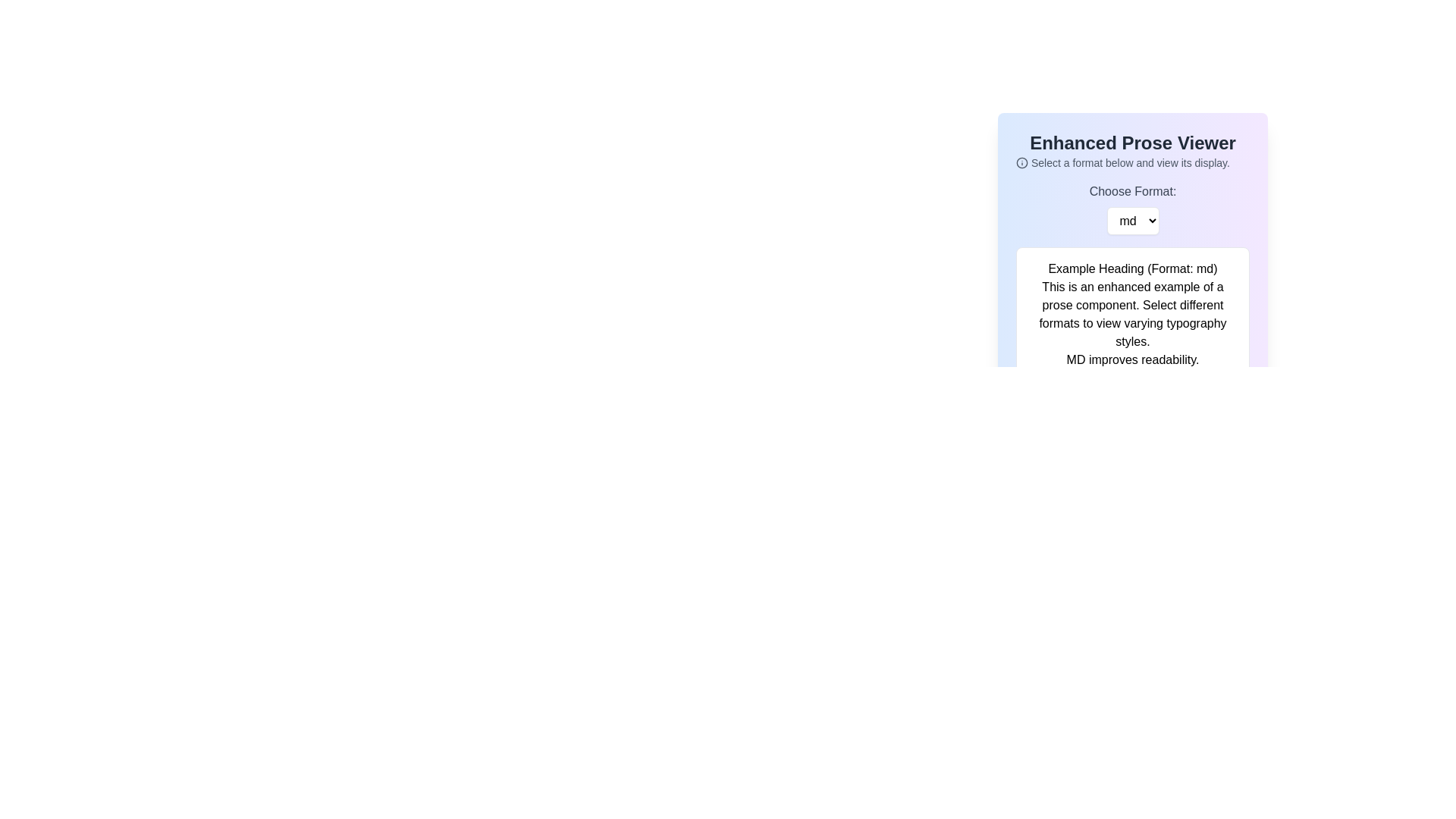 The width and height of the screenshot is (1456, 819). Describe the element at coordinates (1132, 208) in the screenshot. I see `the Dropdown menu located beneath the 'Choose Format:' label` at that location.